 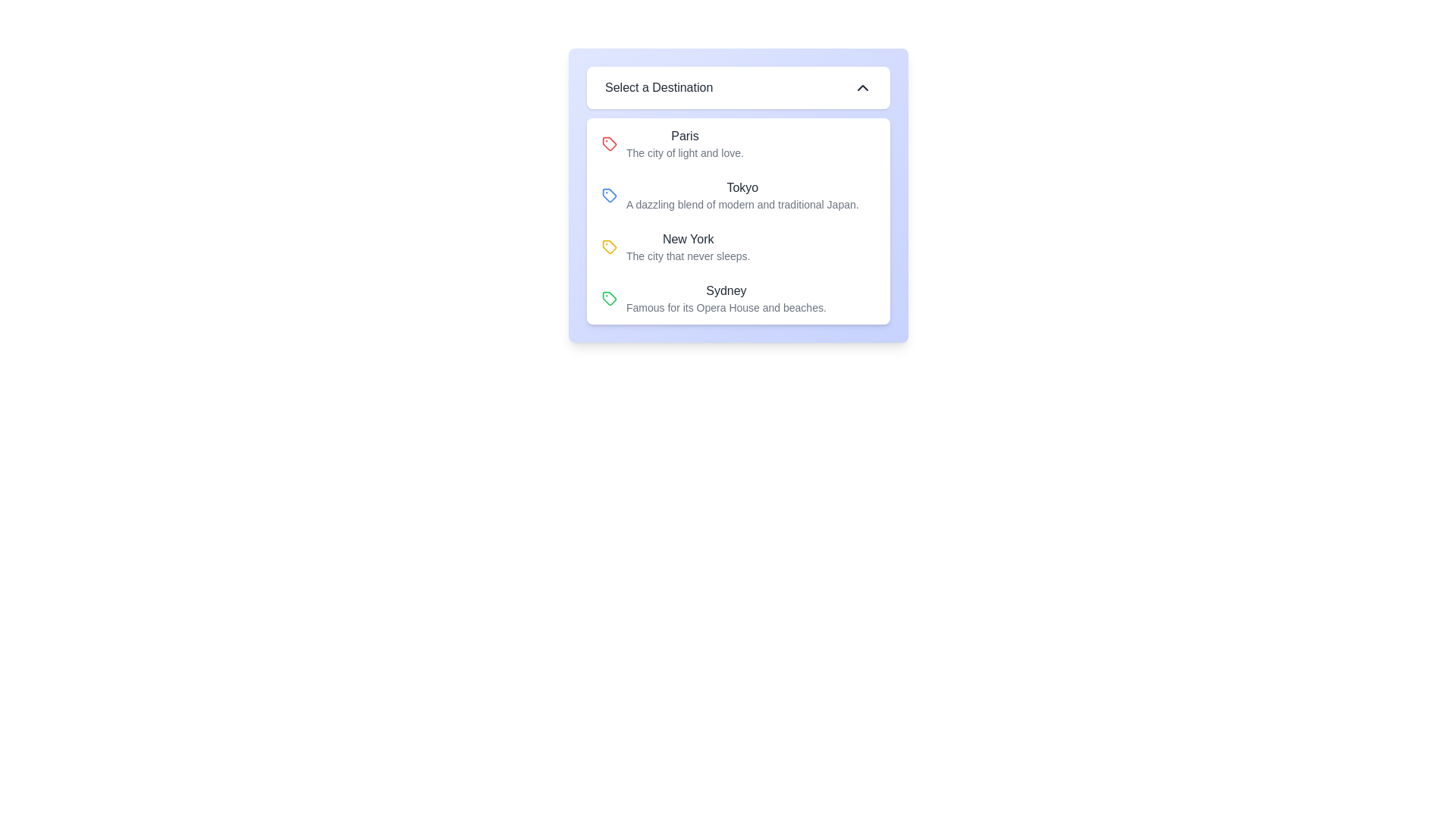 What do you see at coordinates (687, 246) in the screenshot?
I see `the third list item displaying the destination option for 'New York'` at bounding box center [687, 246].